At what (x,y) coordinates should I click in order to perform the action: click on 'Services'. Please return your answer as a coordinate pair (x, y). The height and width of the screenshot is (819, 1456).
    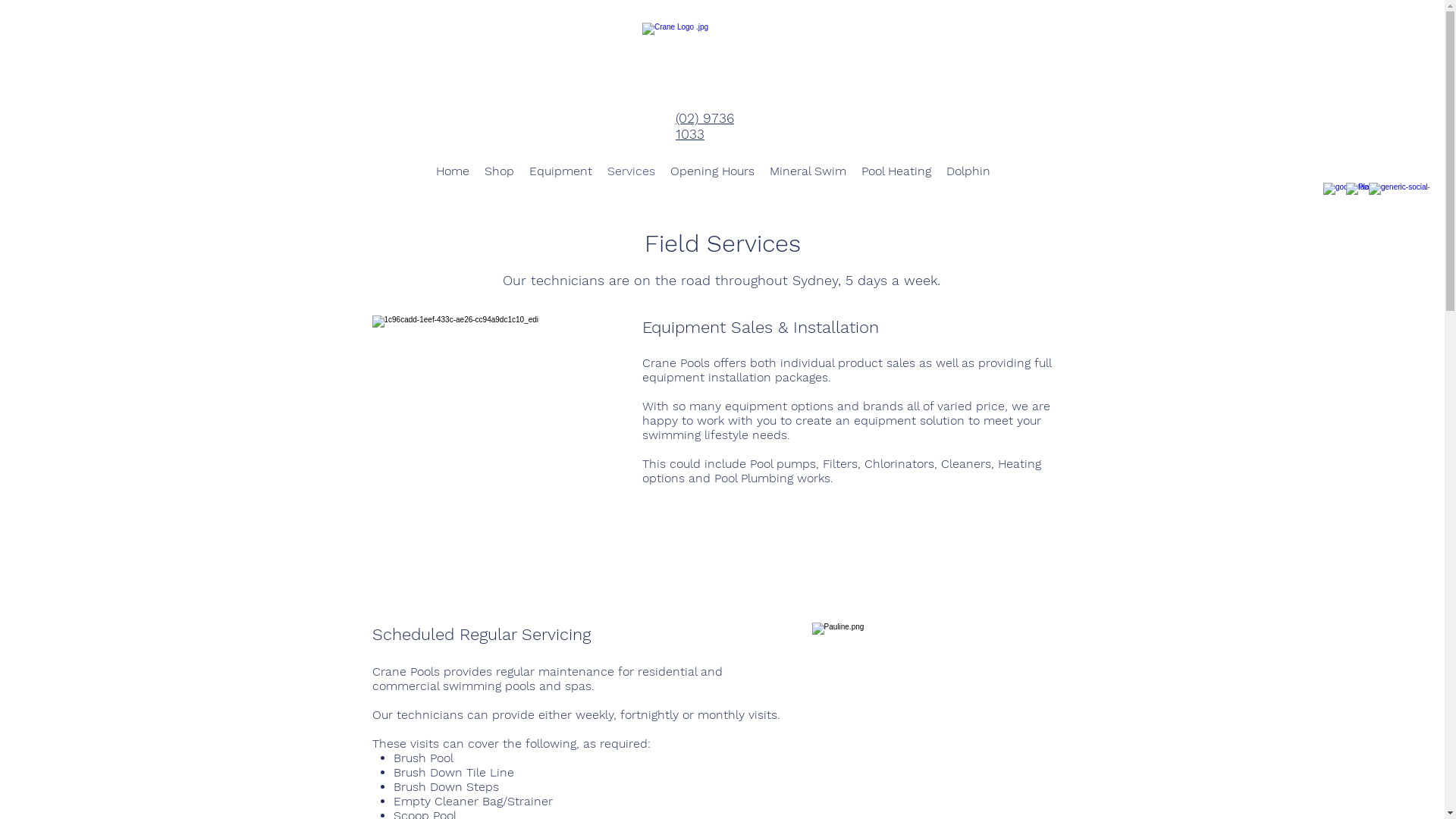
    Looking at the image, I should click on (631, 171).